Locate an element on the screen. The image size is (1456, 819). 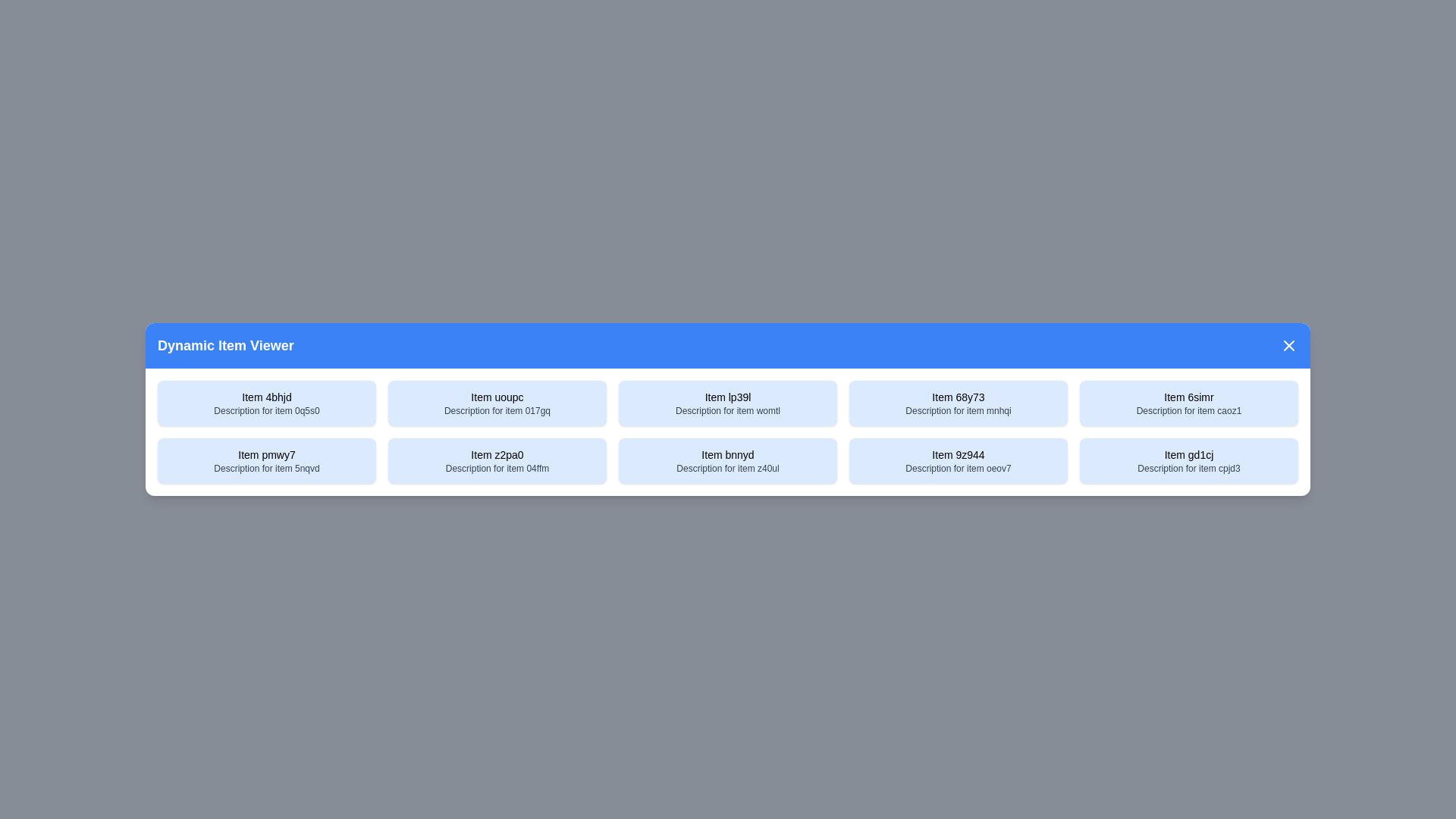
the item with title Item lp39l to select it is located at coordinates (728, 403).